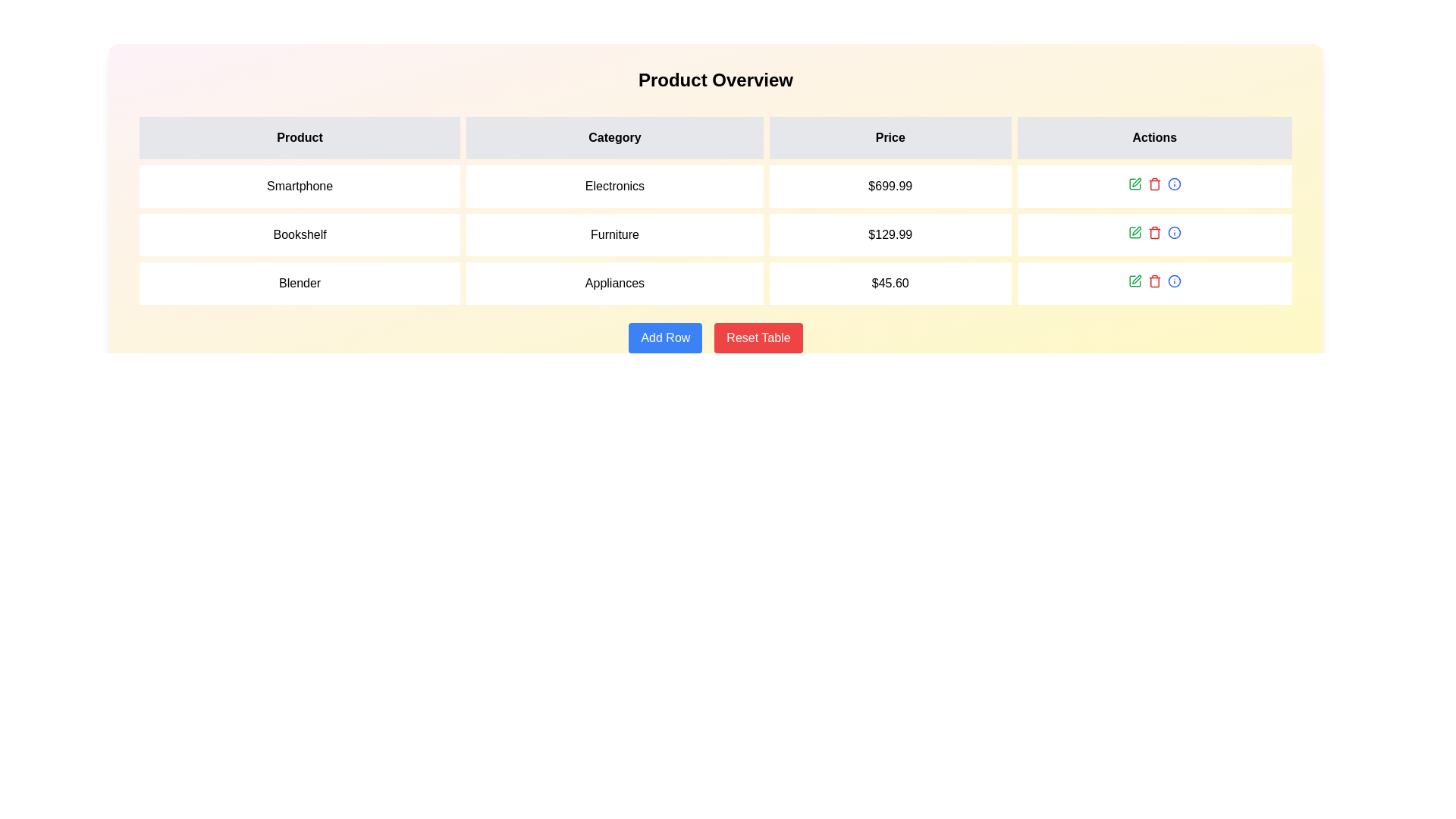  What do you see at coordinates (890, 186) in the screenshot?
I see `the static text element displaying the price '$699.99' in bold black font located in the 'Price' column of the 'Product Overview' table for the product 'Smartphone'` at bounding box center [890, 186].